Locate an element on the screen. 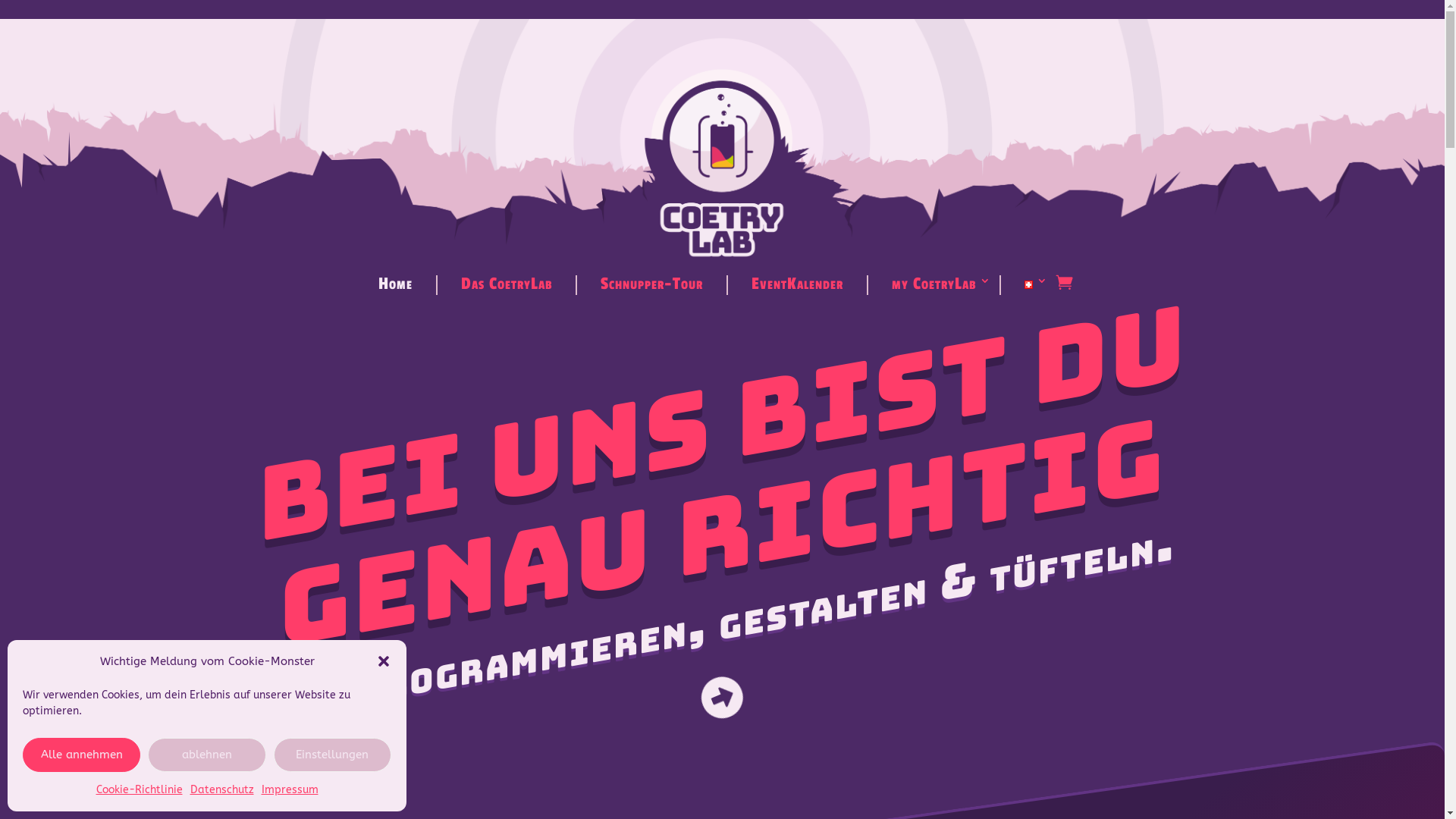 This screenshot has height=819, width=1456. 'Einstellungen' is located at coordinates (331, 755).